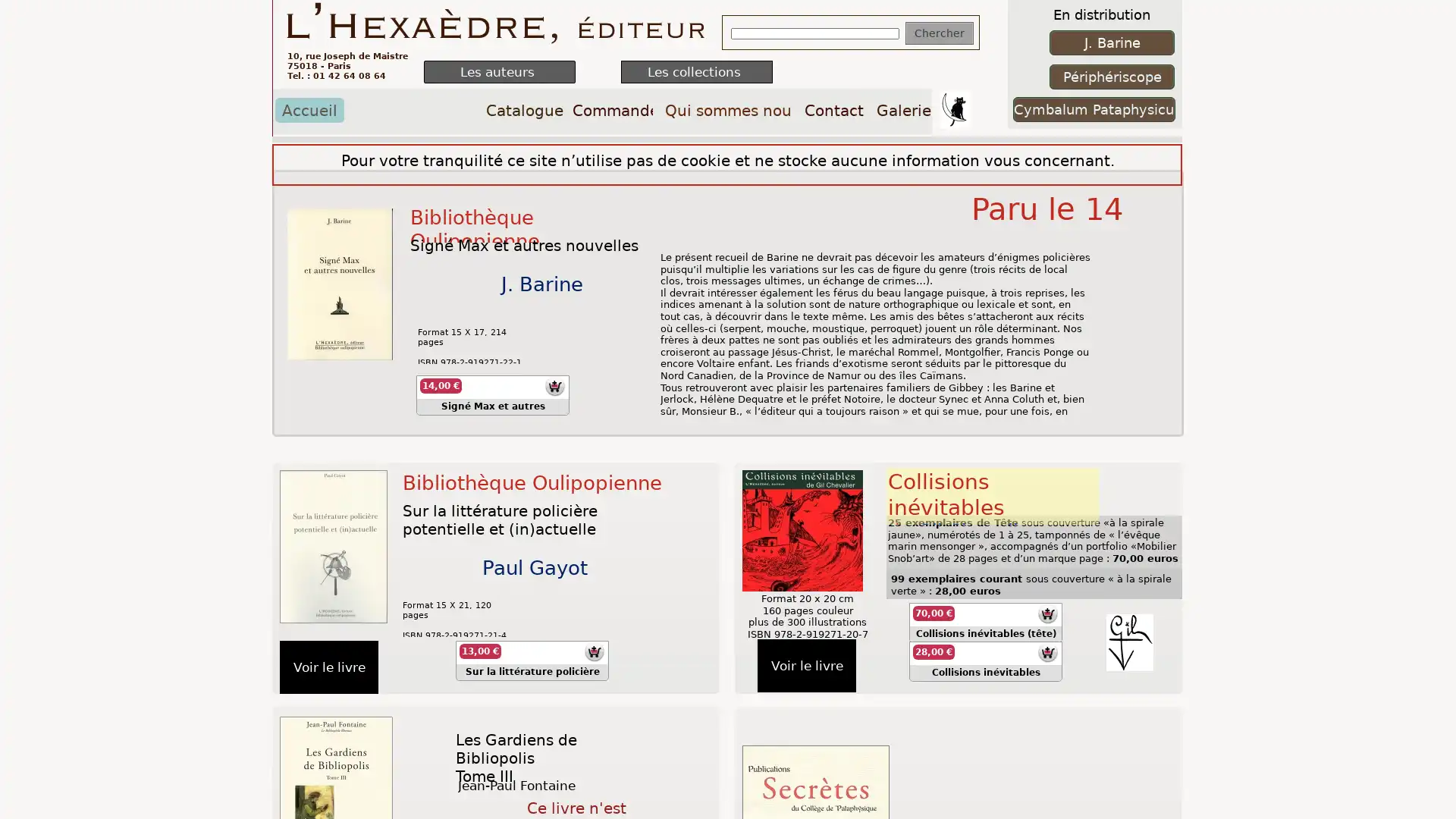 This screenshot has height=819, width=1456. What do you see at coordinates (938, 33) in the screenshot?
I see `Chercher` at bounding box center [938, 33].